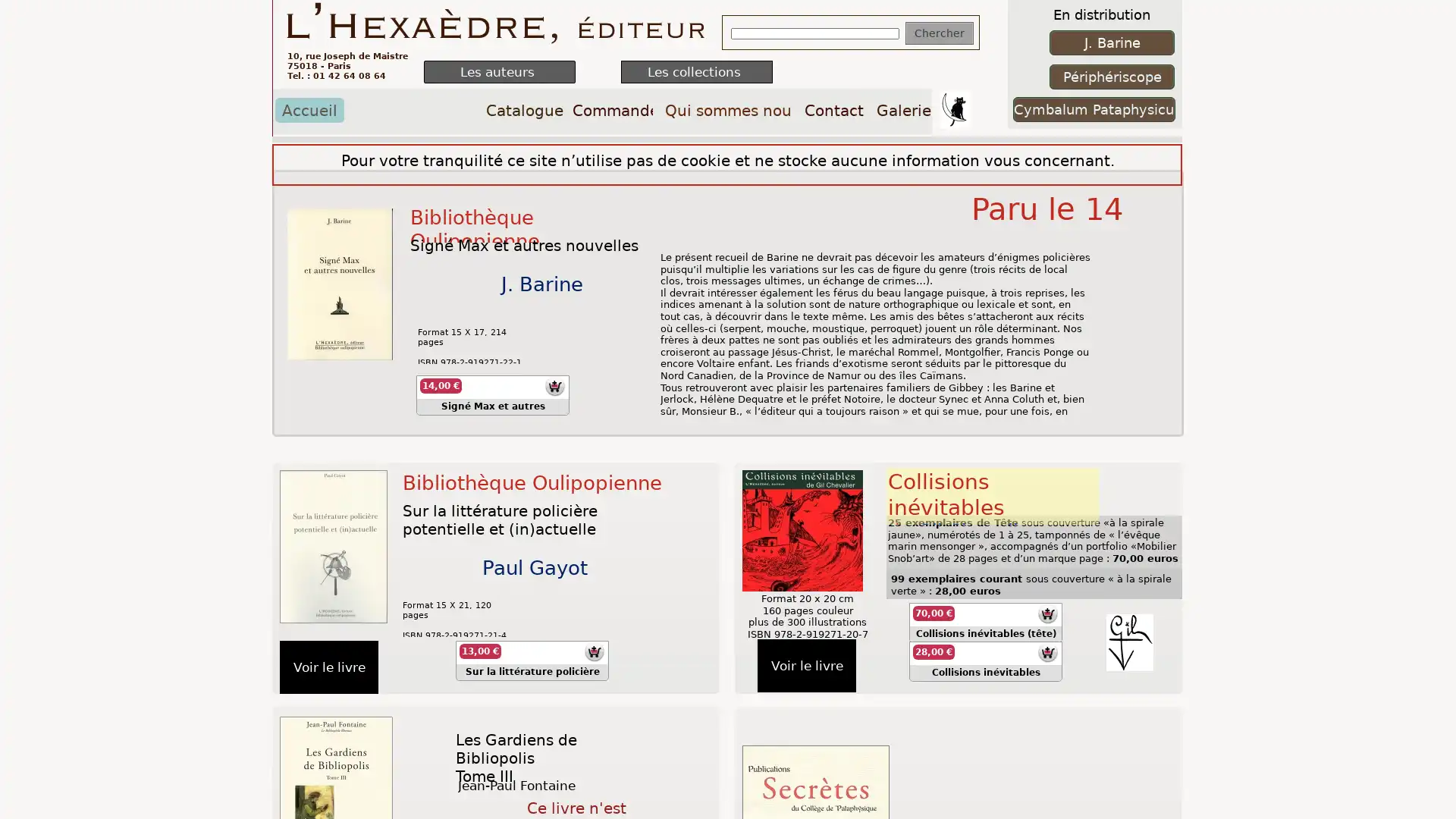 This screenshot has height=819, width=1456. What do you see at coordinates (938, 33) in the screenshot?
I see `Chercher` at bounding box center [938, 33].